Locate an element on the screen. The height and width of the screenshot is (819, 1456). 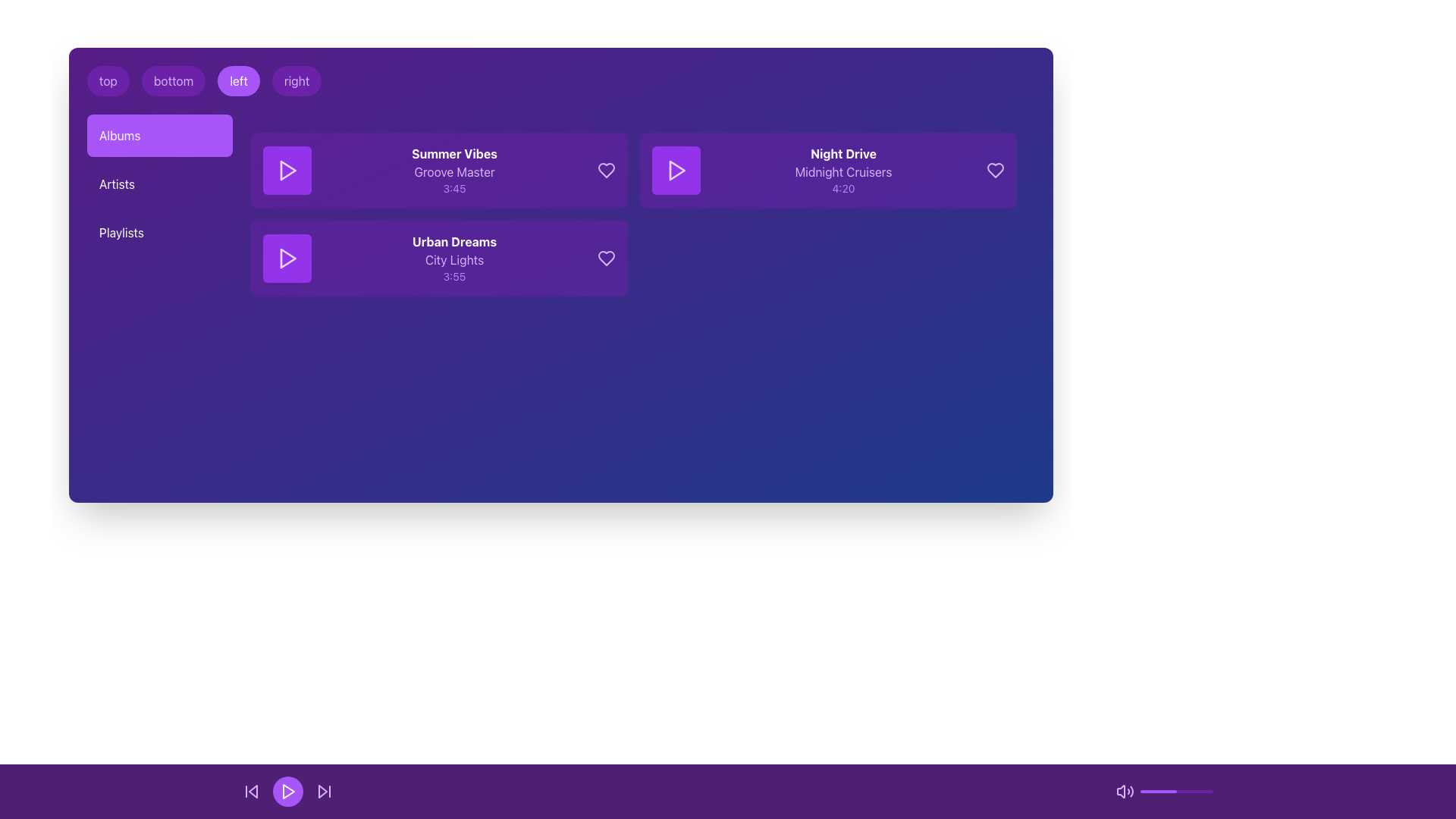
the playback control icon located at the bottom center of the interface within the purple control bar is located at coordinates (287, 791).